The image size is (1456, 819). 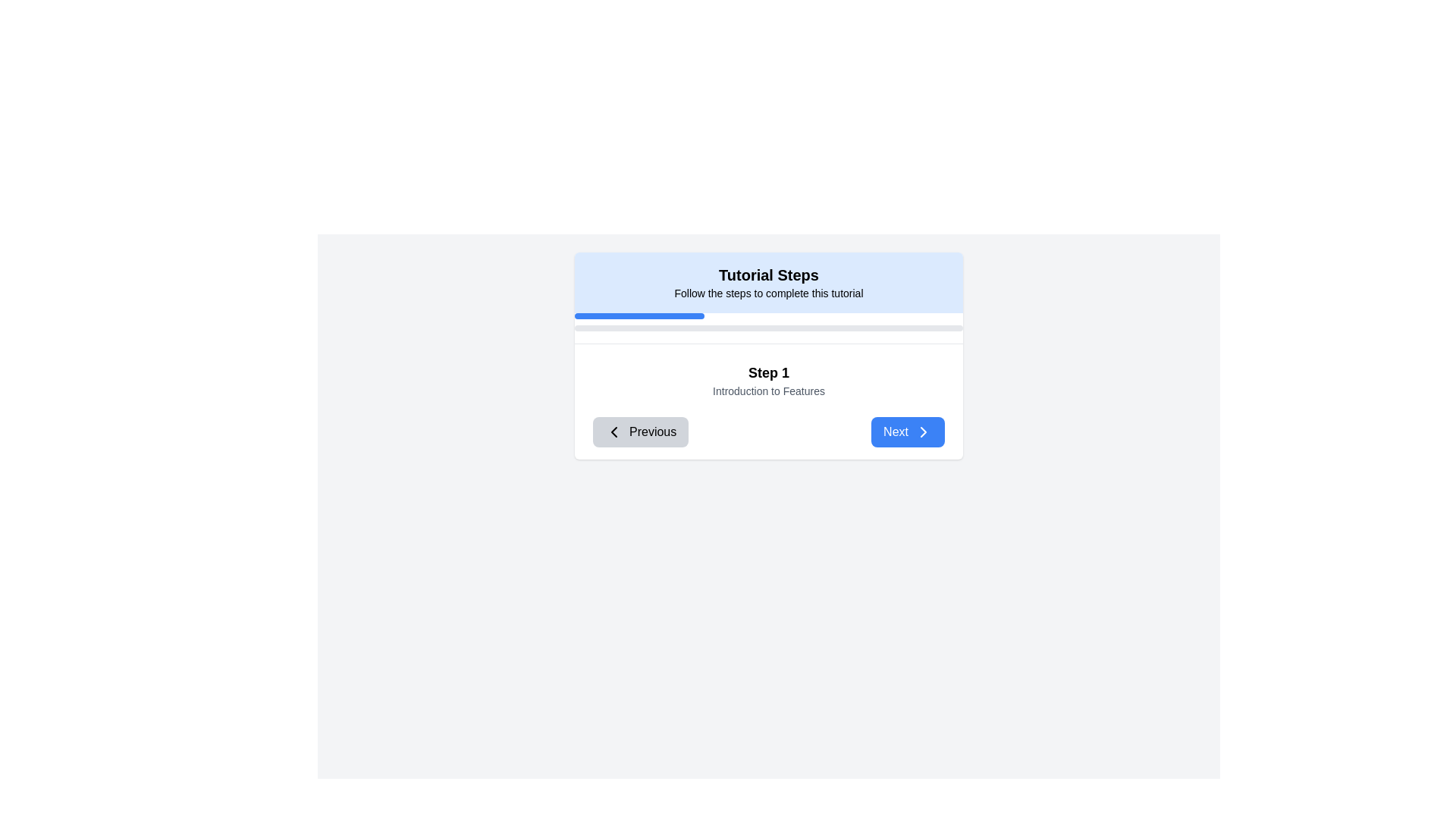 I want to click on the left-pointing arrow SVG graphic within the 'Previous' button located at the bottom left of the tutorial steps interface, so click(x=614, y=432).